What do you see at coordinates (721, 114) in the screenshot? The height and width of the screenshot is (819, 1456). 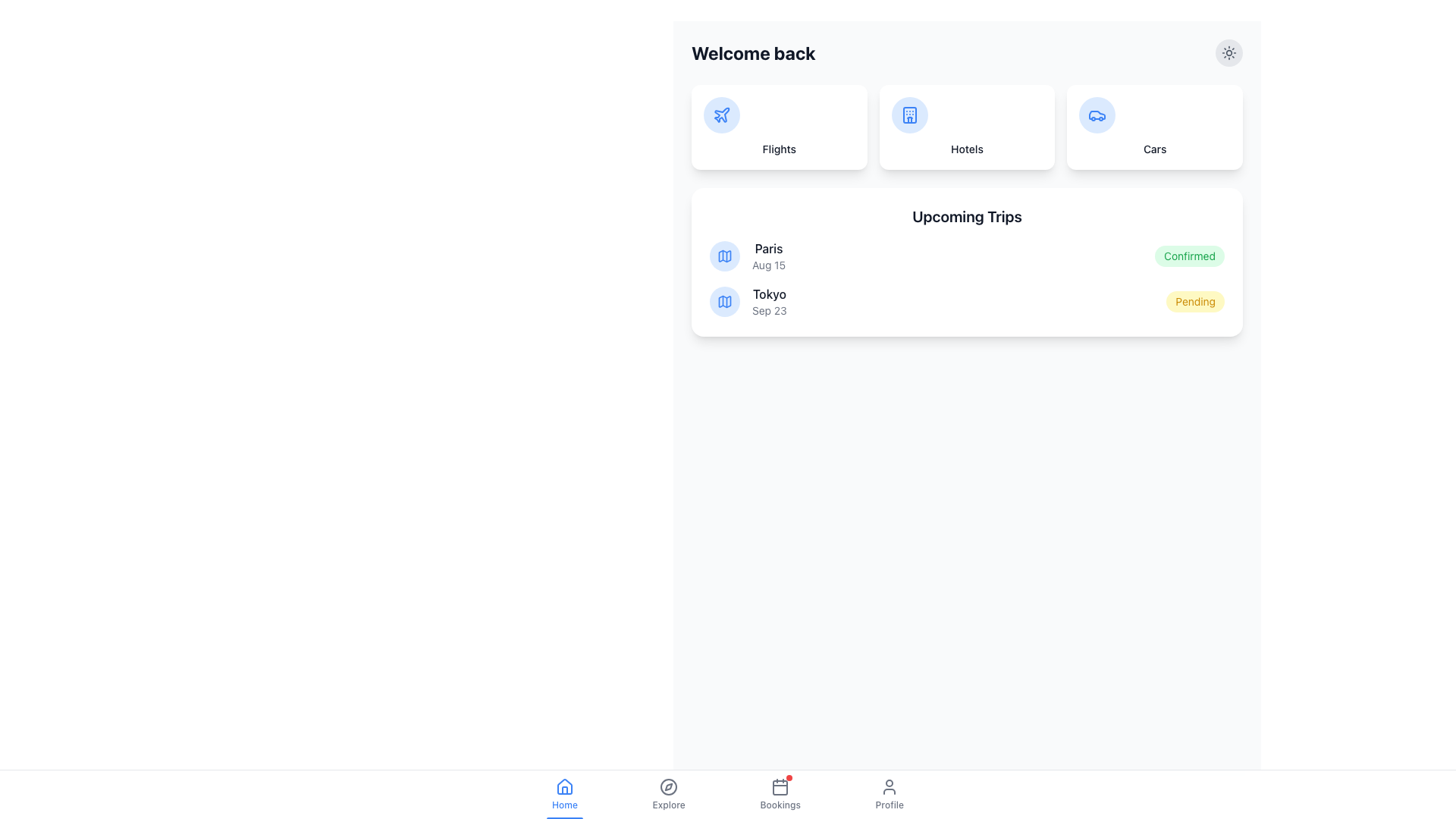 I see `the 'Flights' icon, which represents flight-related services and is centrally located in the top-left card of the interface` at bounding box center [721, 114].